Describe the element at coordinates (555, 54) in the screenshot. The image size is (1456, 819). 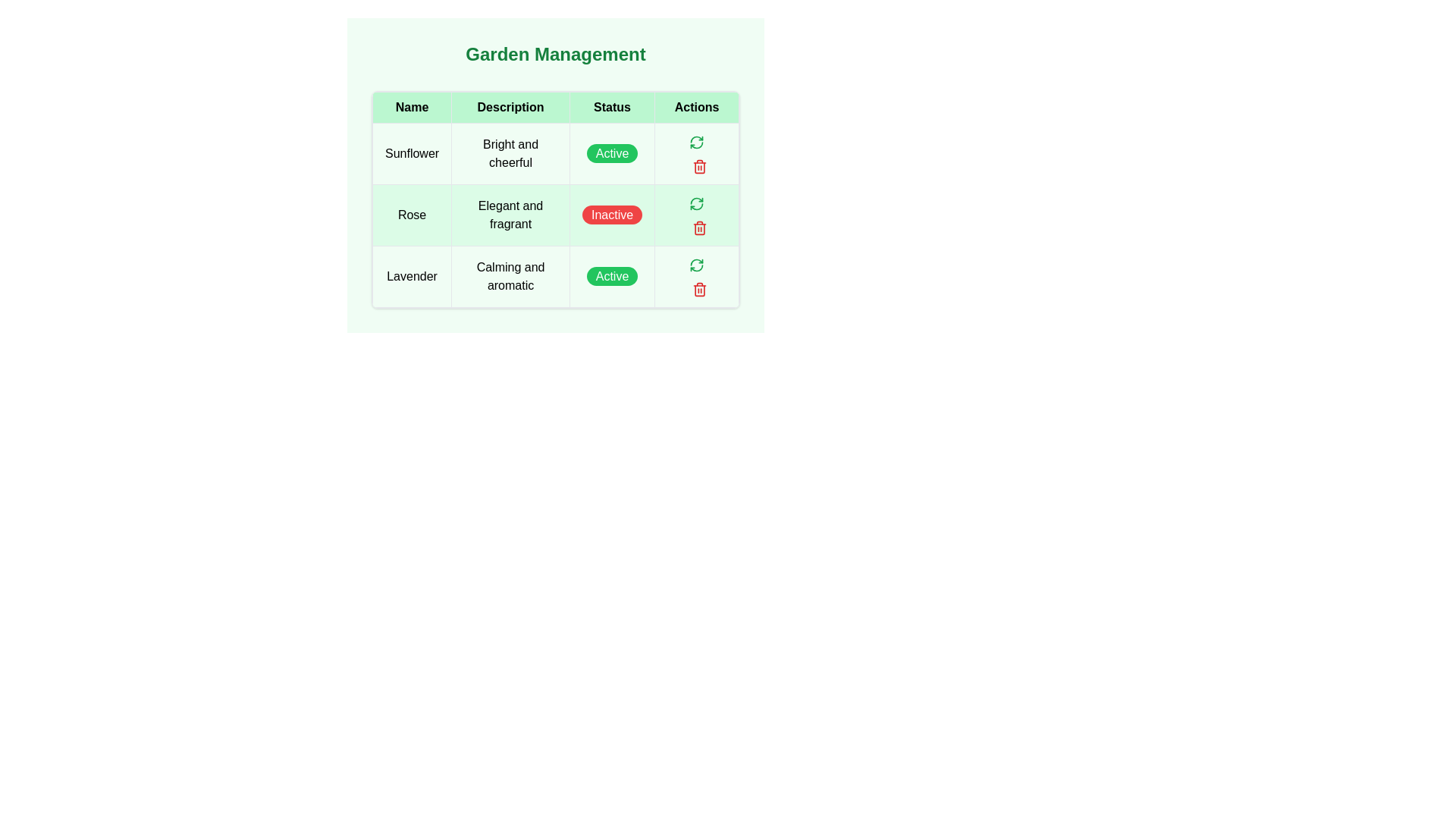
I see `the title text element indicating 'Garden Management', which is positioned at the top of the section and stands out above the table structure` at that location.